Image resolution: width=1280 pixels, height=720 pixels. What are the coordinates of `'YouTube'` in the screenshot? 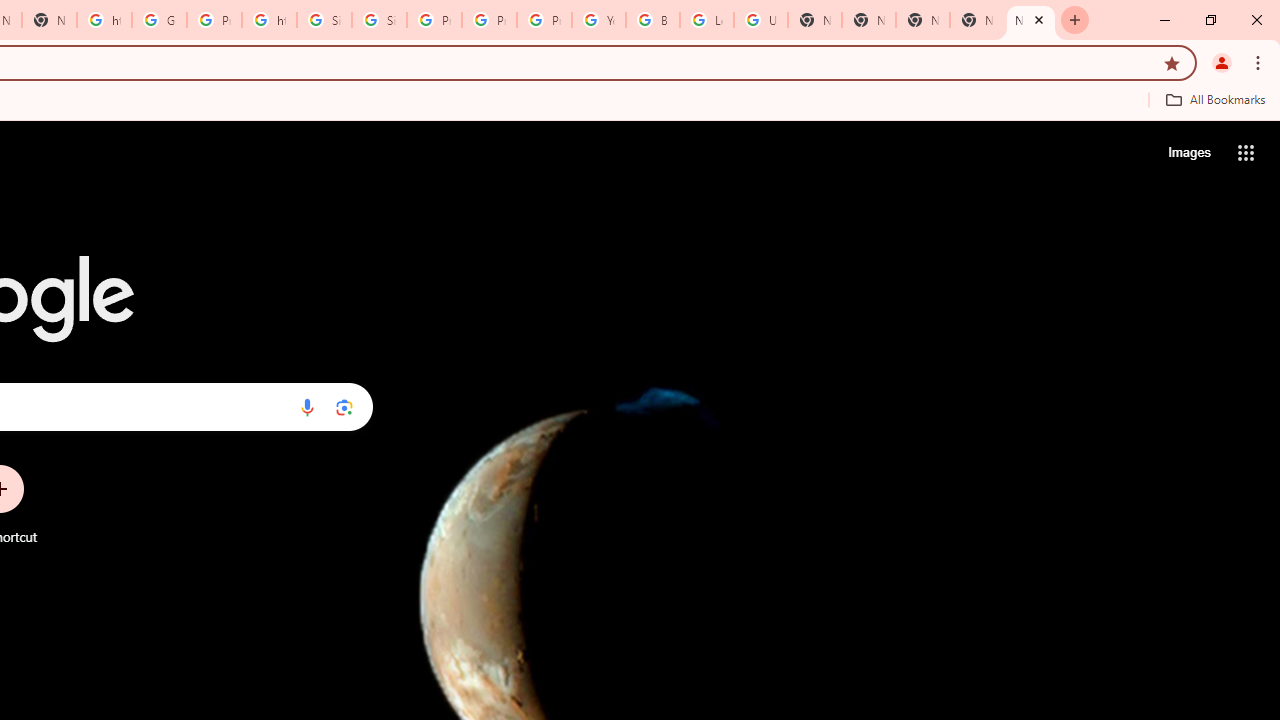 It's located at (598, 20).